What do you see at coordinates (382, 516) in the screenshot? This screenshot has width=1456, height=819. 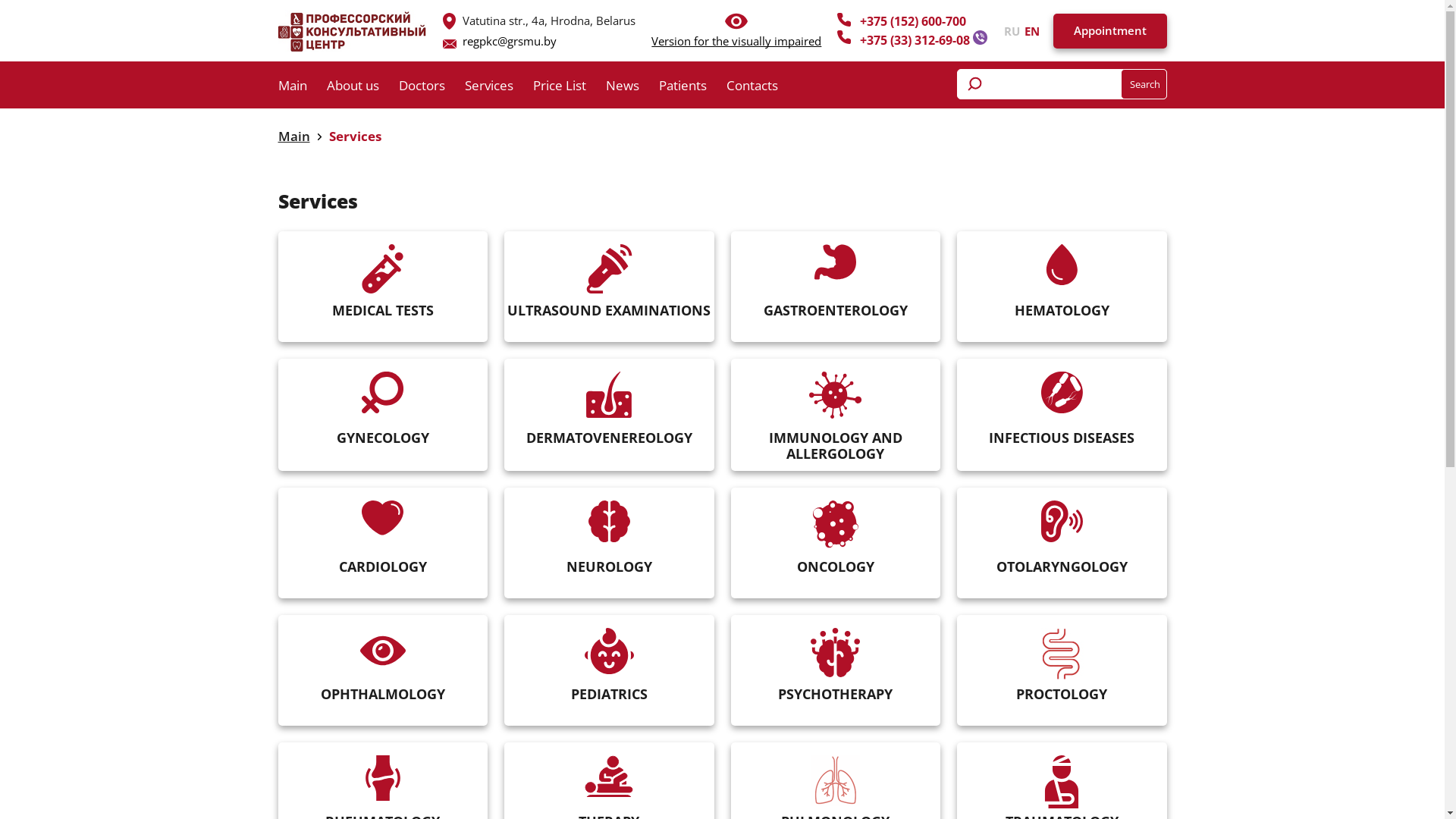 I see `'Cardiology'` at bounding box center [382, 516].